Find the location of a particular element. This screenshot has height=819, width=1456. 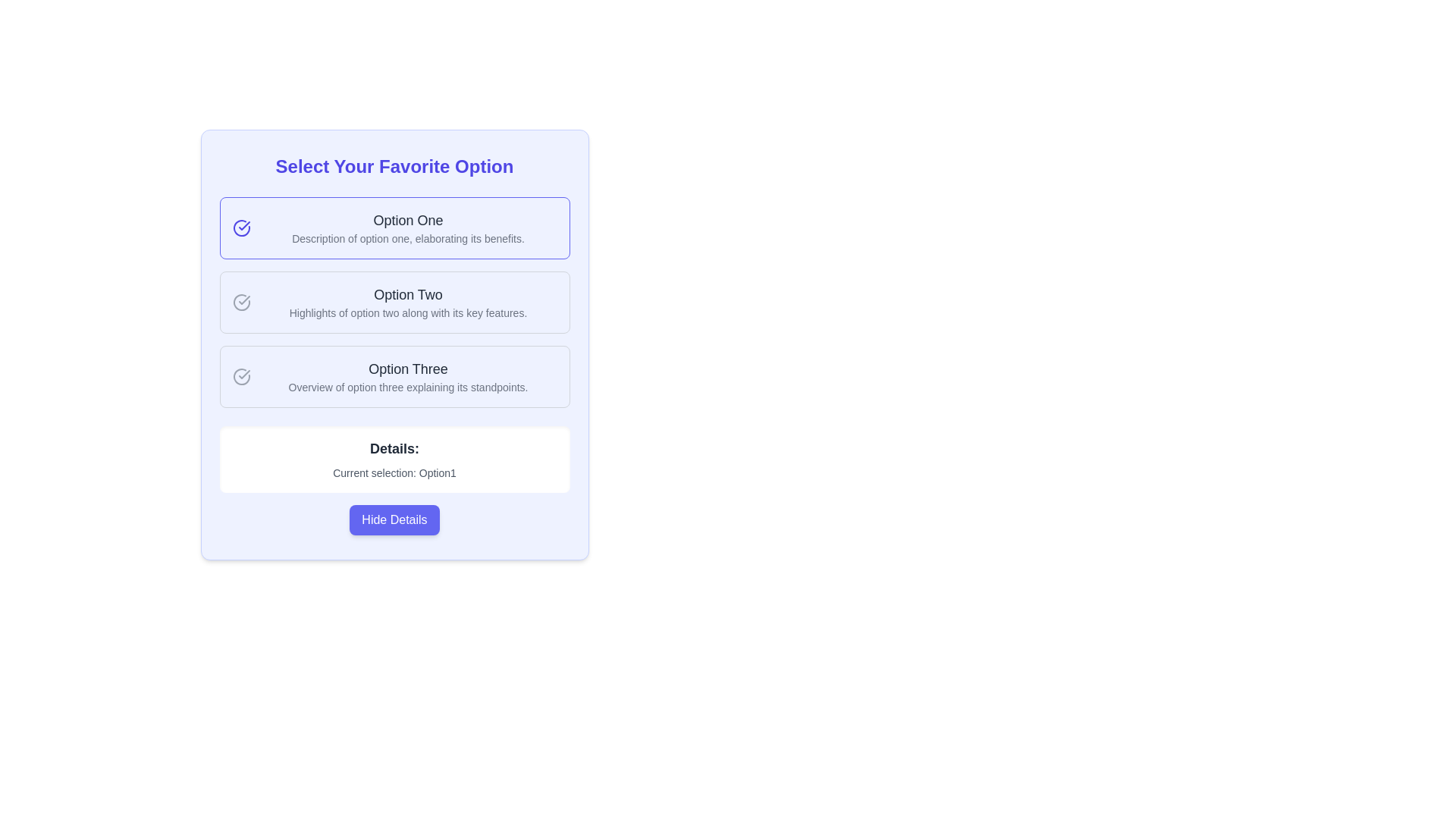

the text label serving as a header for the section, which is located above the 'Current selection: Option1' text in the panel is located at coordinates (394, 447).